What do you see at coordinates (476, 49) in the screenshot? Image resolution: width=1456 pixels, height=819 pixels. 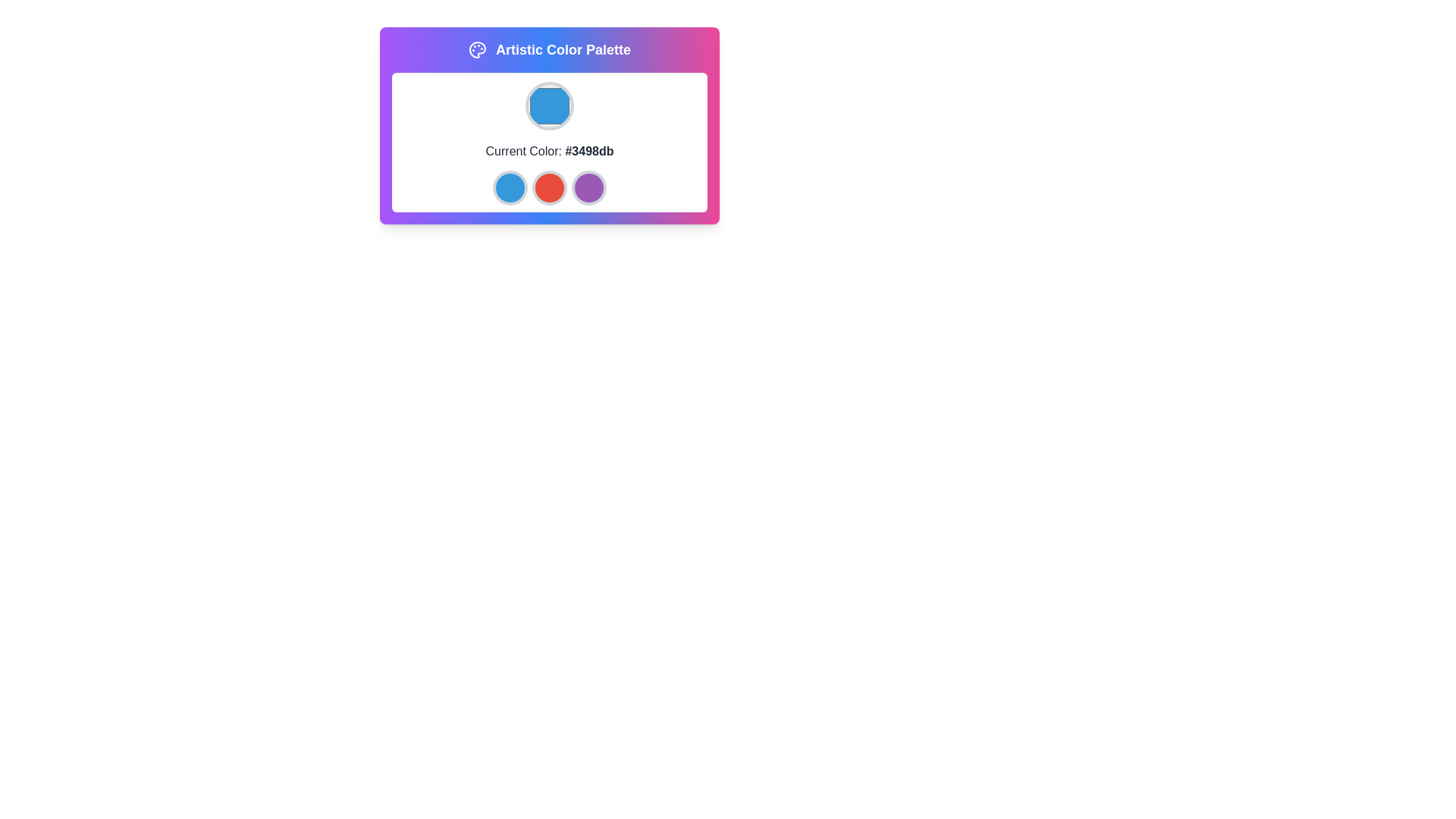 I see `the circular painter's palette icon, which has smaller circular details representing paint blobs, located to the left of the 'Artistic Color Palette' text at the top of the card` at bounding box center [476, 49].